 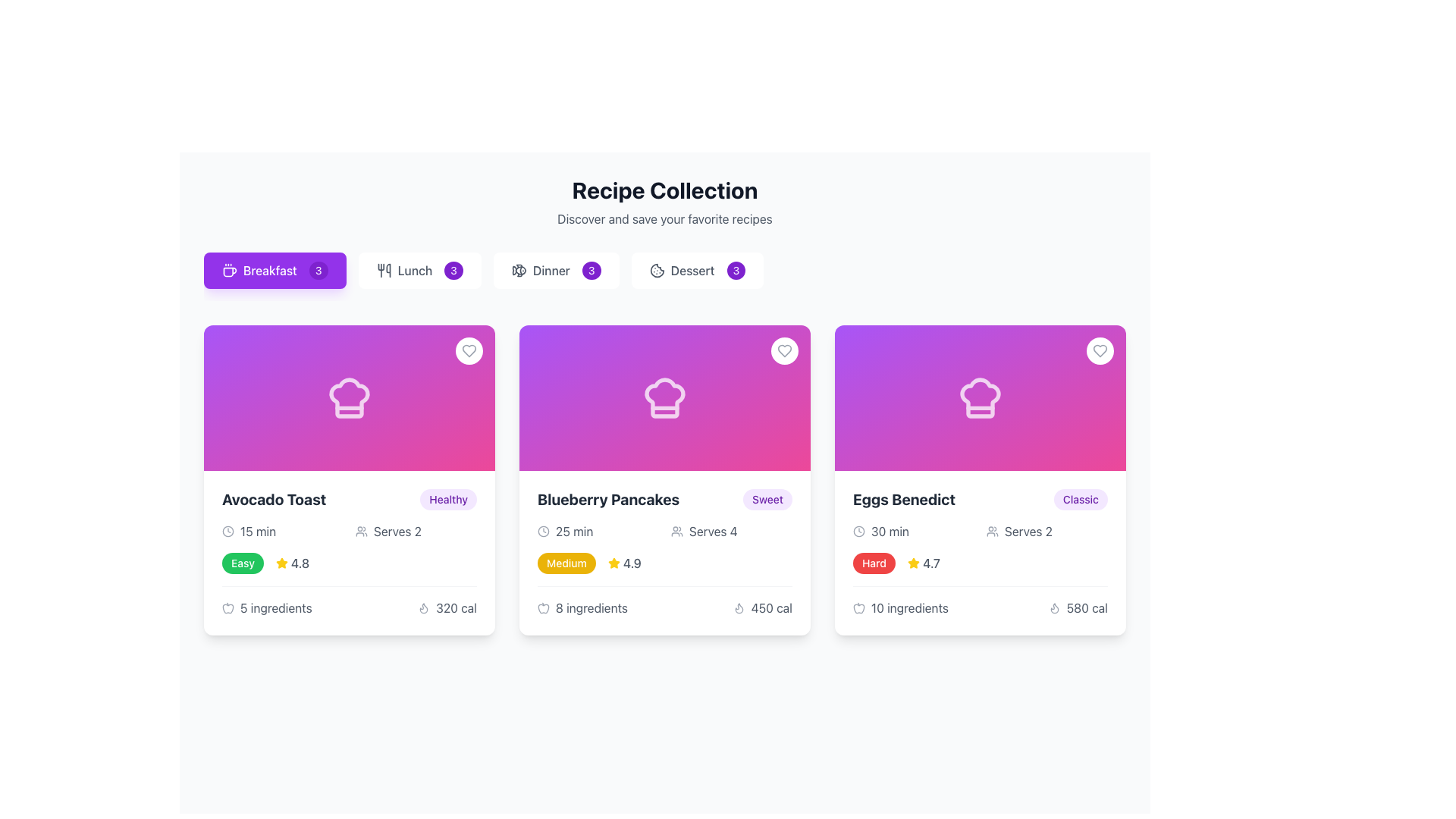 What do you see at coordinates (281, 563) in the screenshot?
I see `the yellow star icon representing the rating component for the 'Avocado Toast' recipe, located next to the numeric rating (4.8) and to the right of the green 'Easy' label` at bounding box center [281, 563].